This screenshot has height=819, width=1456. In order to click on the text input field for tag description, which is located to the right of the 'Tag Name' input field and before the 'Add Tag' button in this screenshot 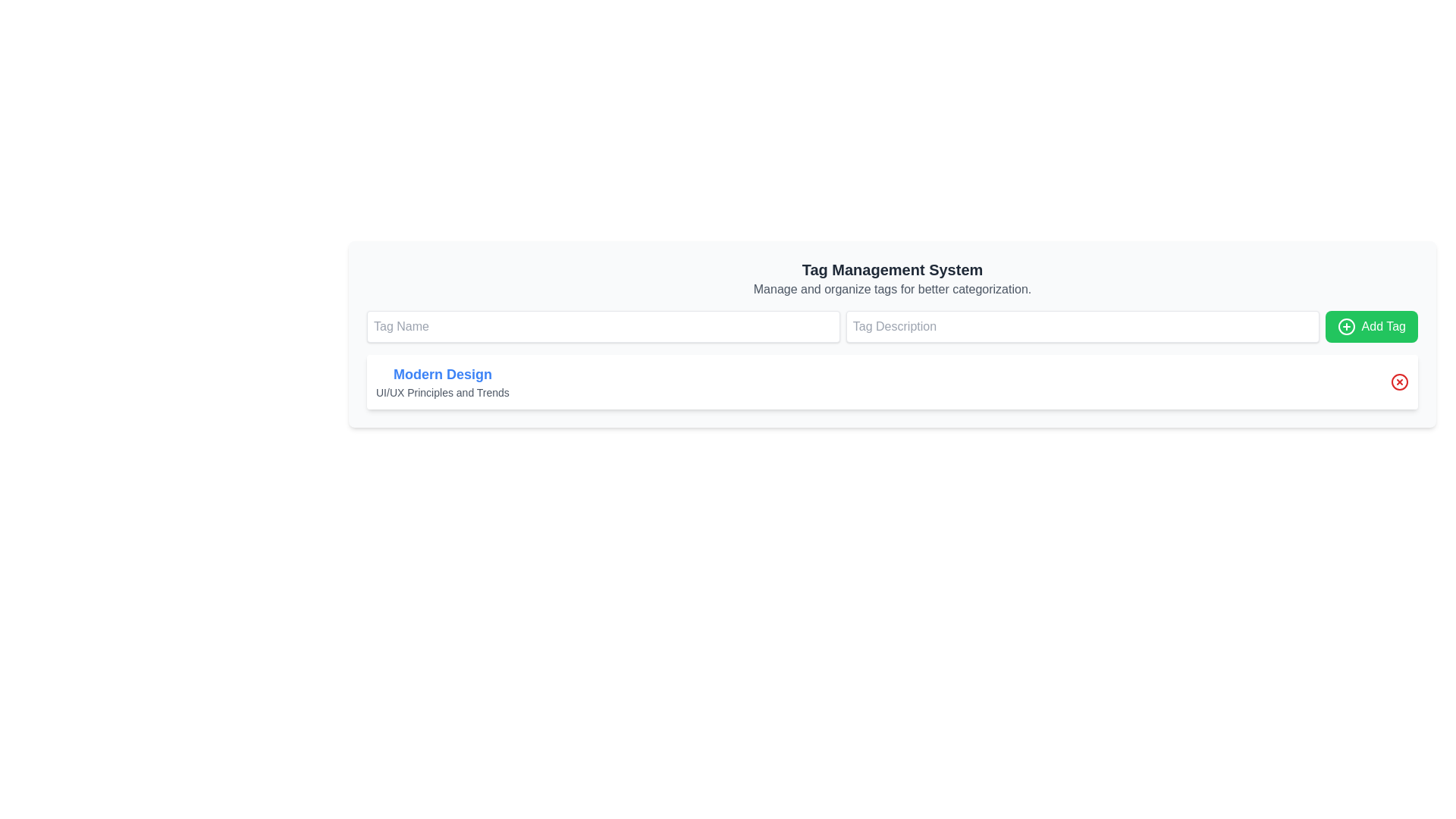, I will do `click(892, 326)`.